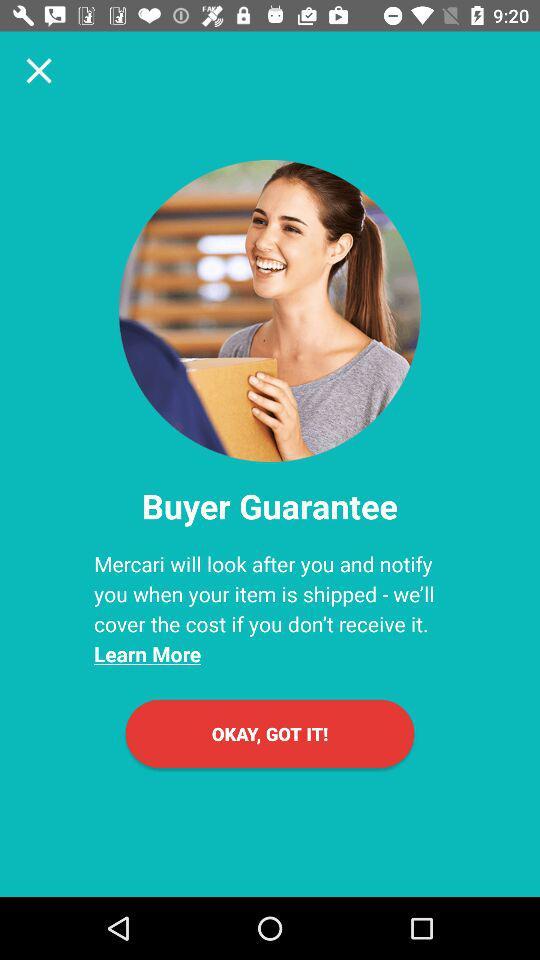 This screenshot has height=960, width=540. What do you see at coordinates (270, 732) in the screenshot?
I see `okay, got it!` at bounding box center [270, 732].